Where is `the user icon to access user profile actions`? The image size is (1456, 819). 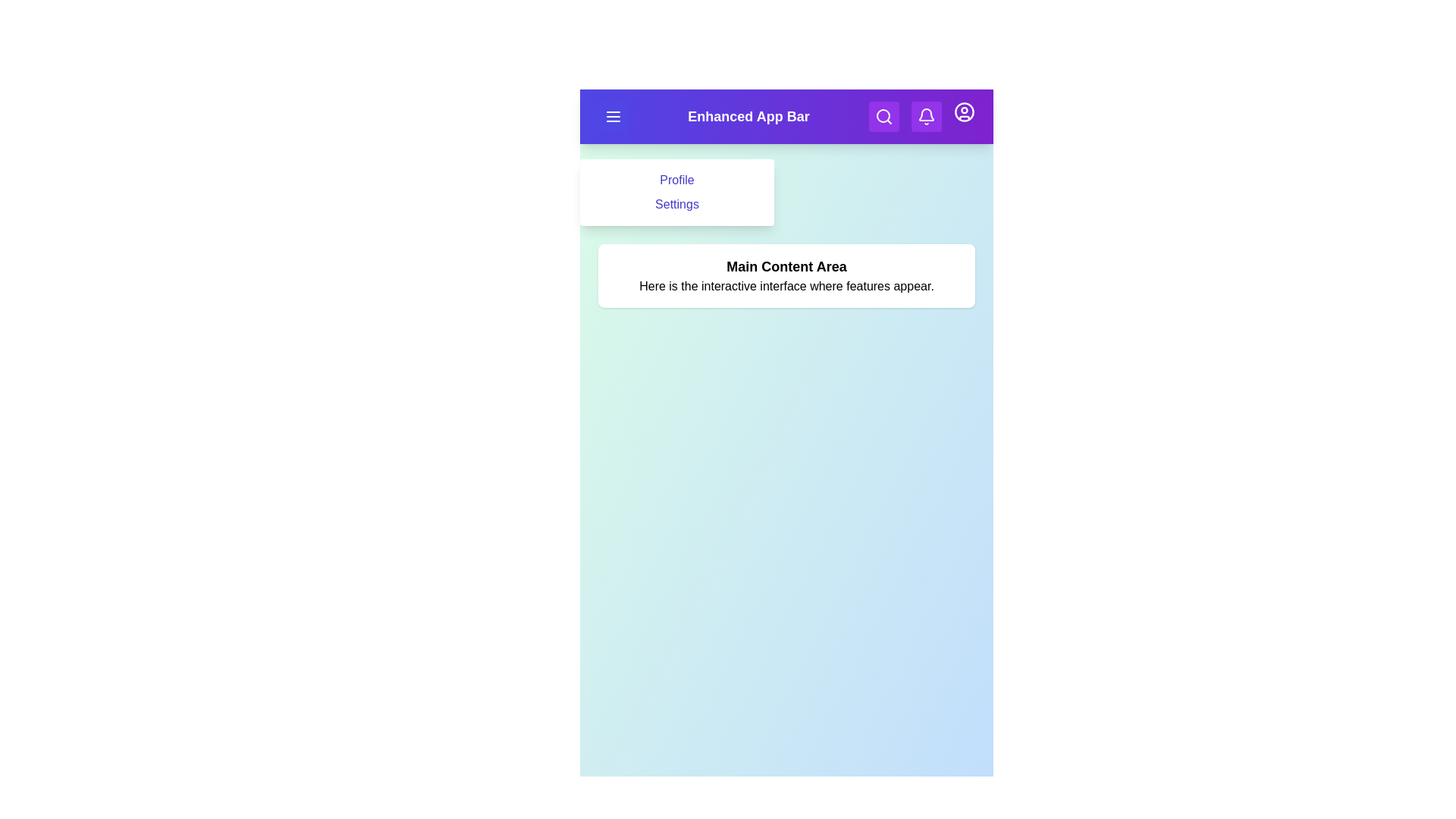
the user icon to access user profile actions is located at coordinates (964, 111).